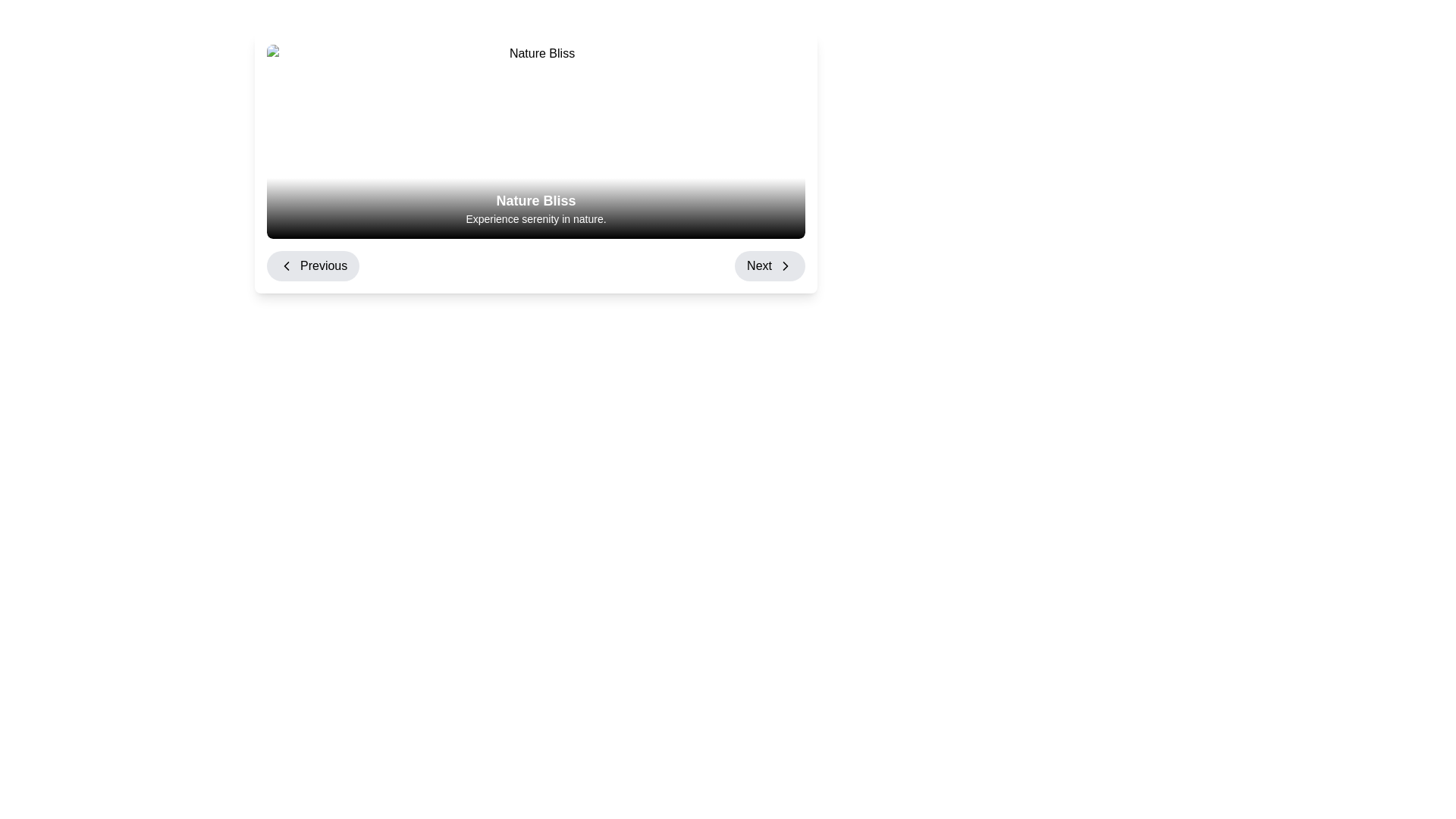  I want to click on the 'Next' button for navigation, so click(759, 265).